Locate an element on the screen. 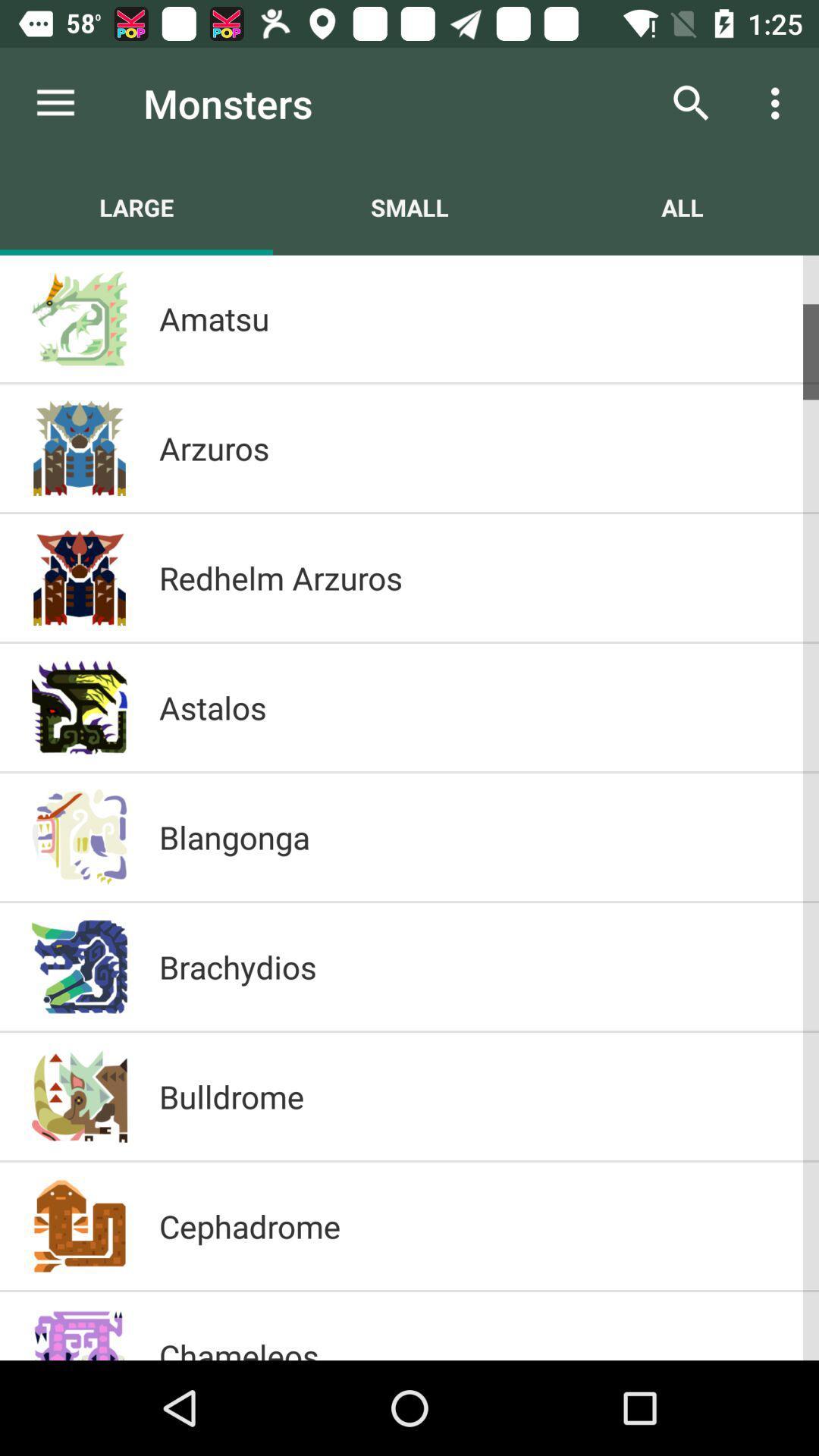  icon above the all item is located at coordinates (779, 102).